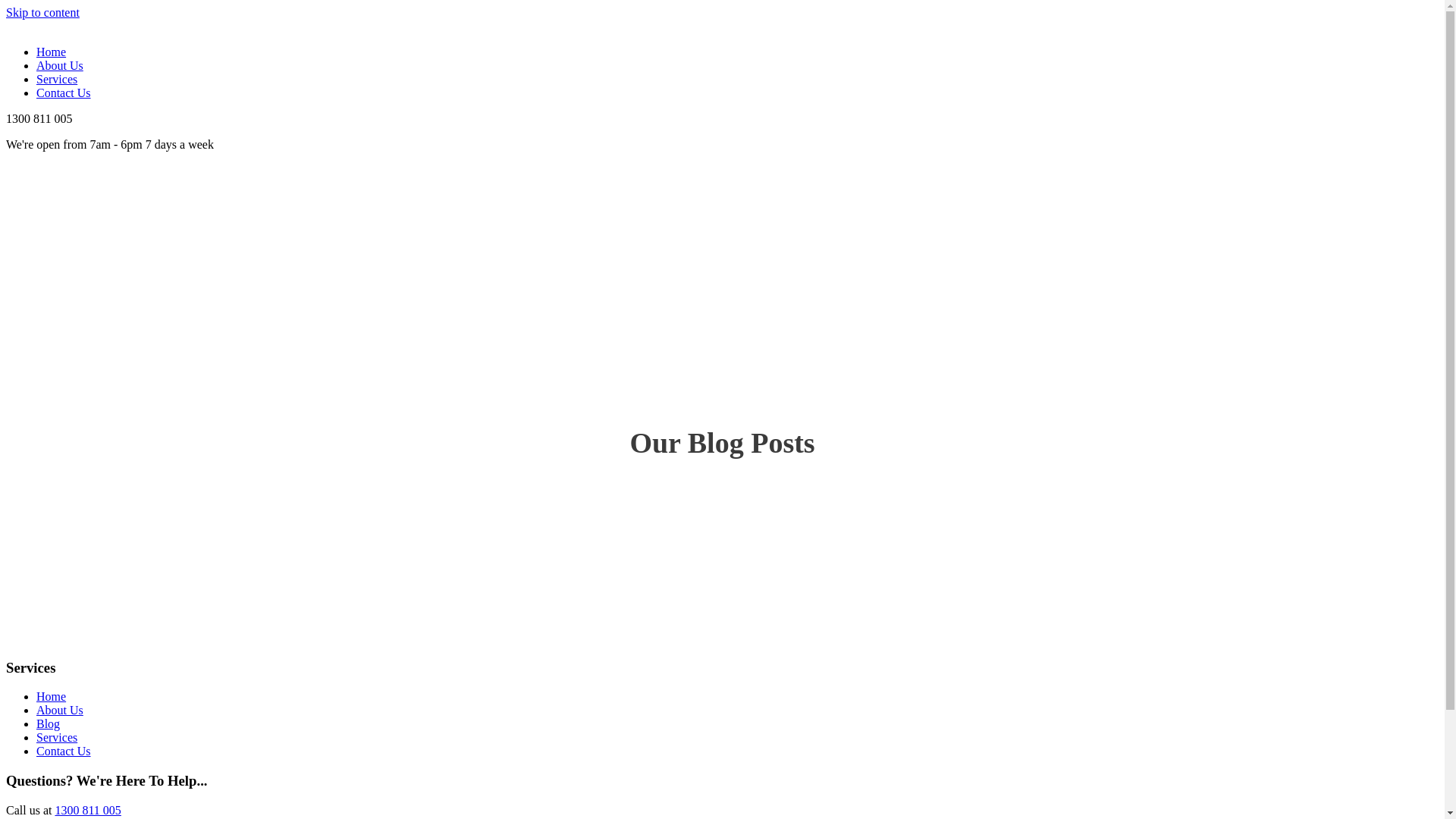  Describe the element at coordinates (86, 809) in the screenshot. I see `'1300 811 005'` at that location.